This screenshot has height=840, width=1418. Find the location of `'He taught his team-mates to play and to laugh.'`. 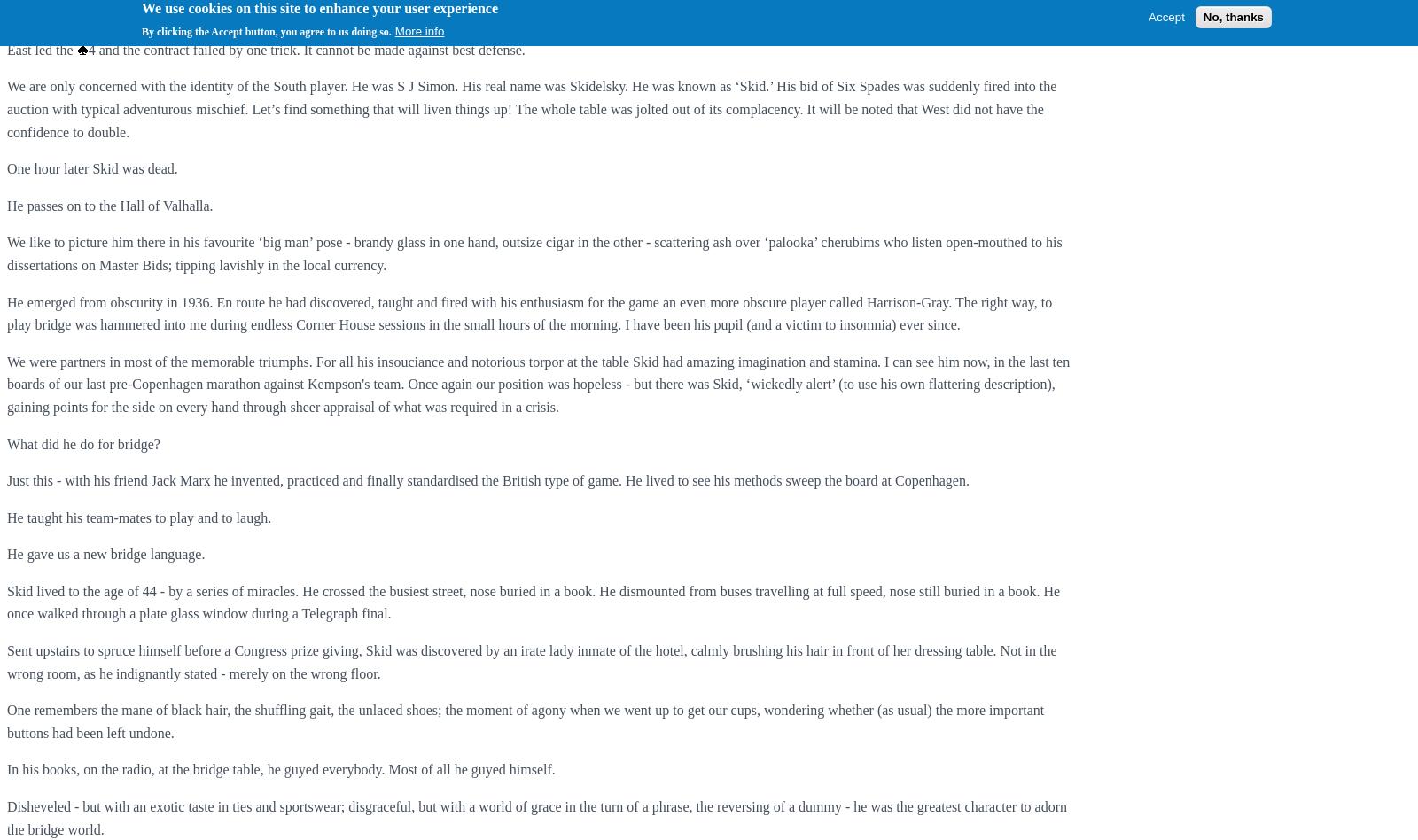

'He taught his team-mates to play and to laugh.' is located at coordinates (137, 517).